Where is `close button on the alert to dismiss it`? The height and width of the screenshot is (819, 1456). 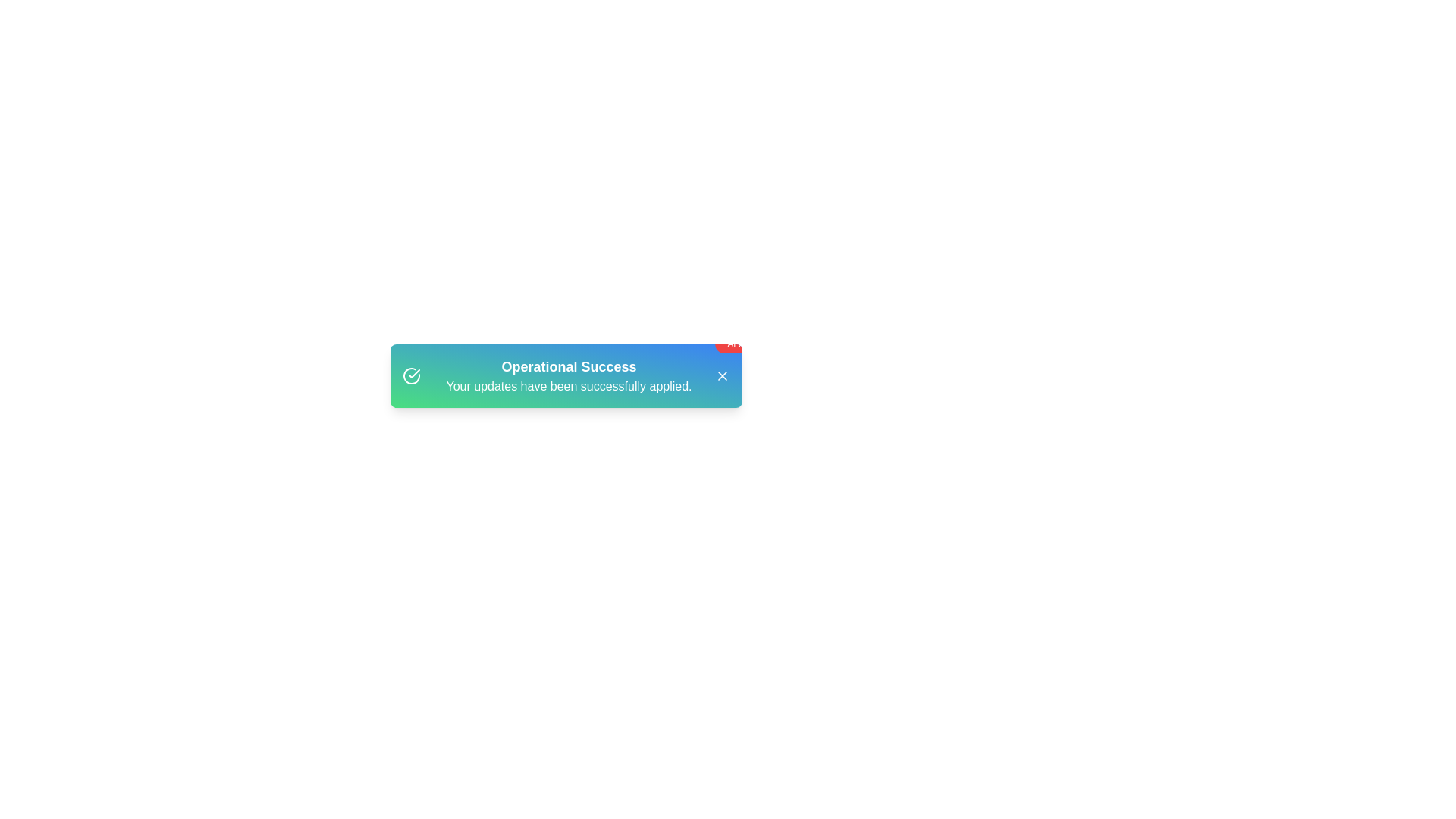
close button on the alert to dismiss it is located at coordinates (721, 375).